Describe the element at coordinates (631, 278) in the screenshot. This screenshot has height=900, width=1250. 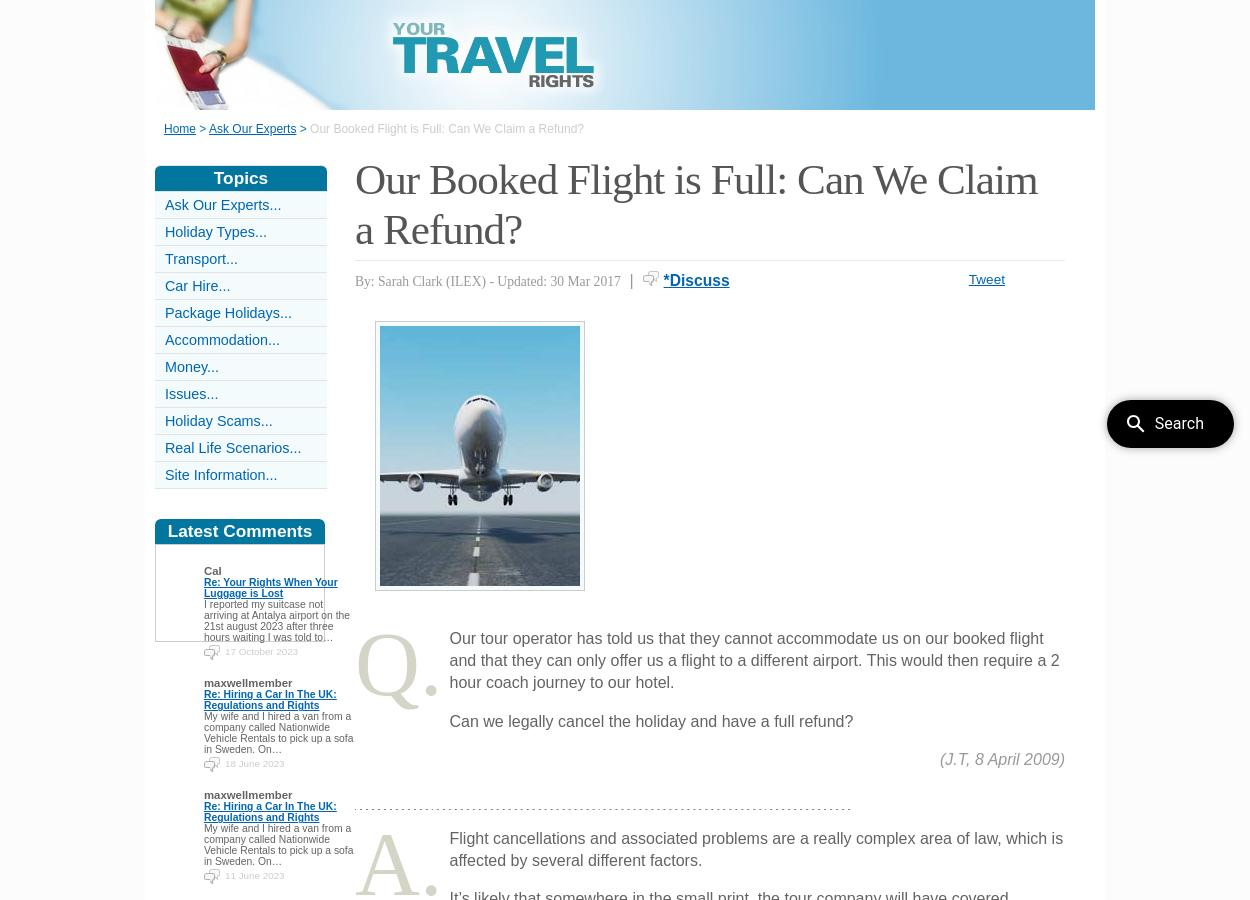
I see `'|'` at that location.